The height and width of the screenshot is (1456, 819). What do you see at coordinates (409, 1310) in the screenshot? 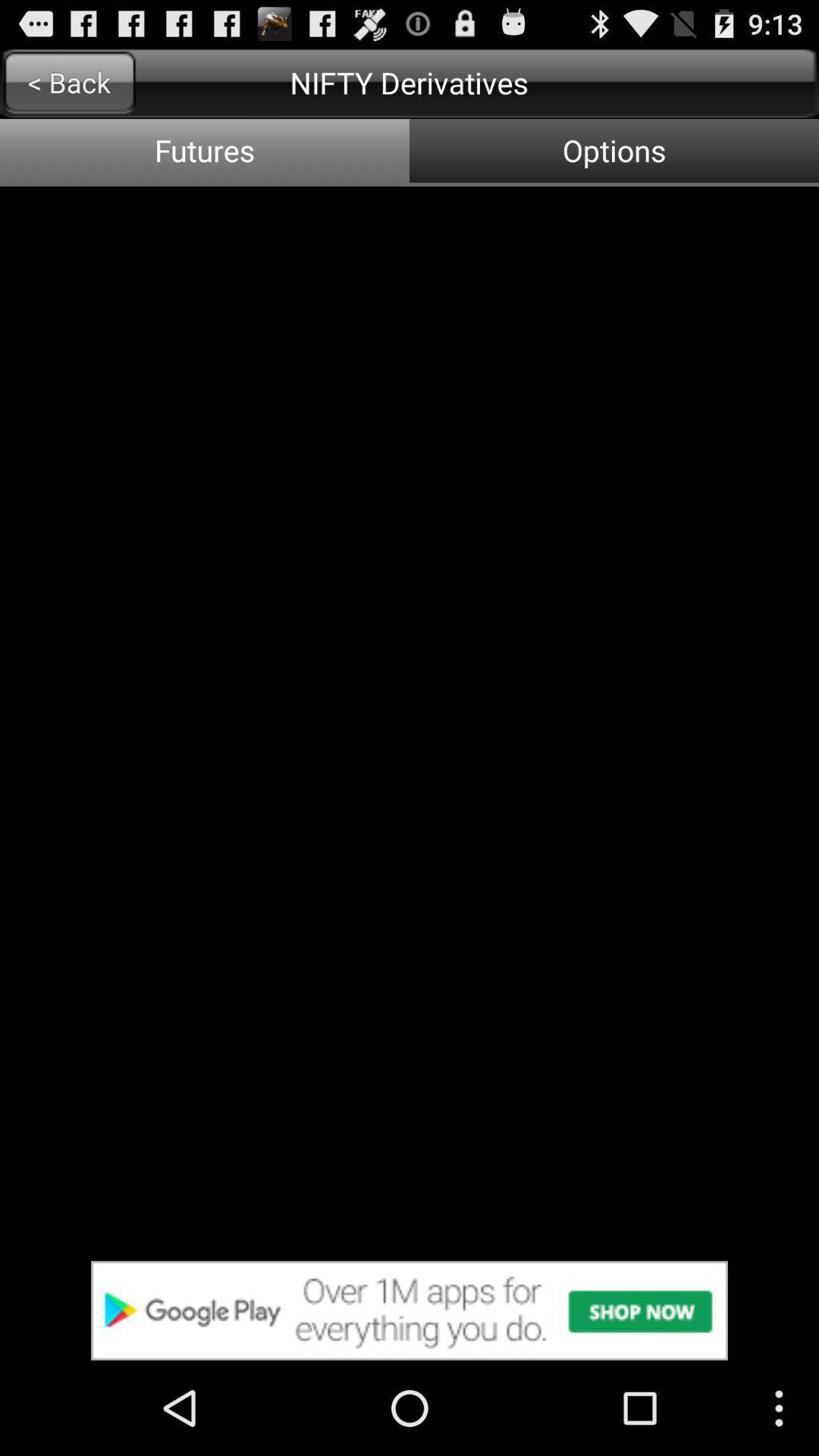
I see `advertisement link` at bounding box center [409, 1310].